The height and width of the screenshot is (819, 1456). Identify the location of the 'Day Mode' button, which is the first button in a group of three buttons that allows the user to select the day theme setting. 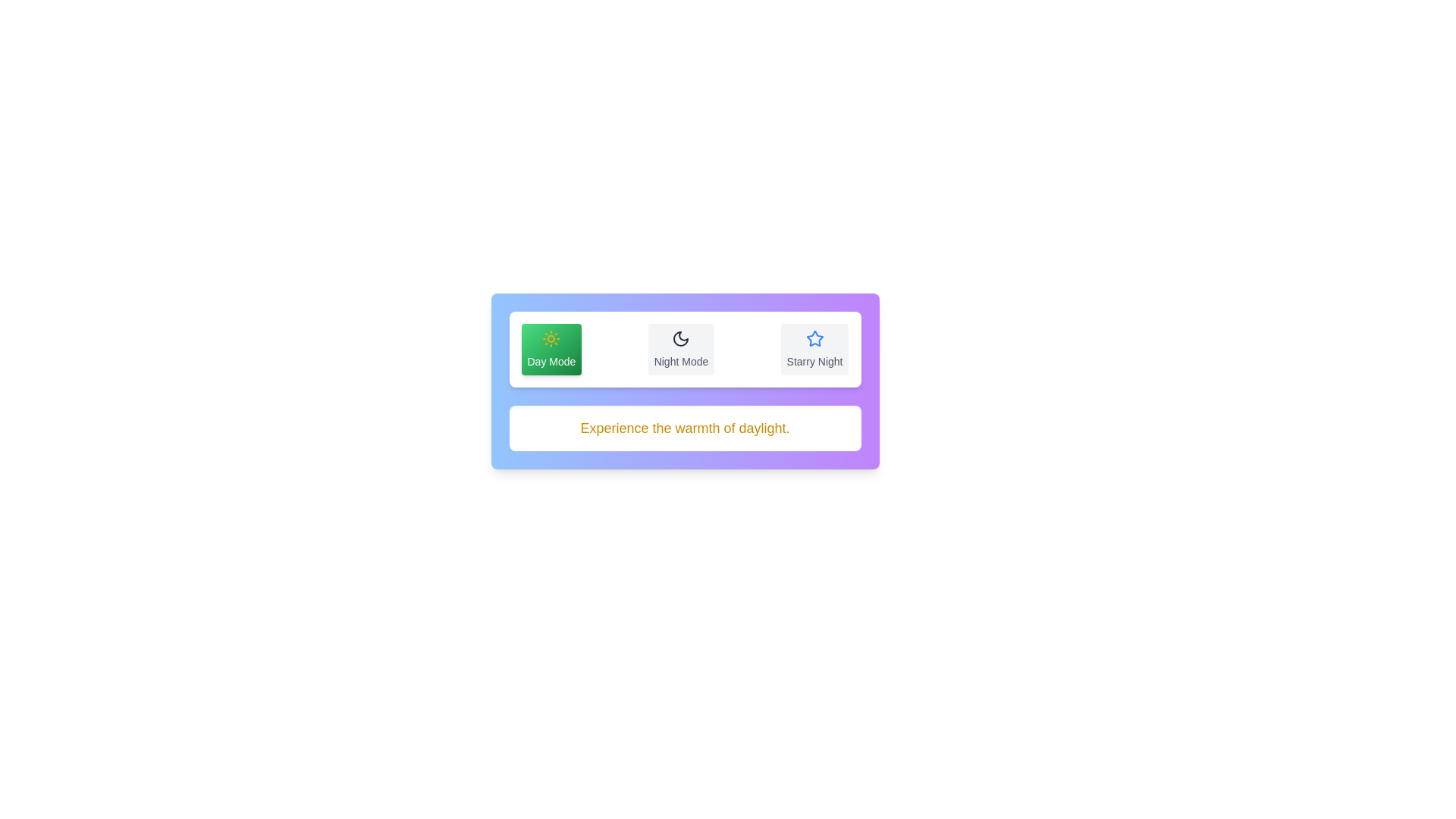
(551, 350).